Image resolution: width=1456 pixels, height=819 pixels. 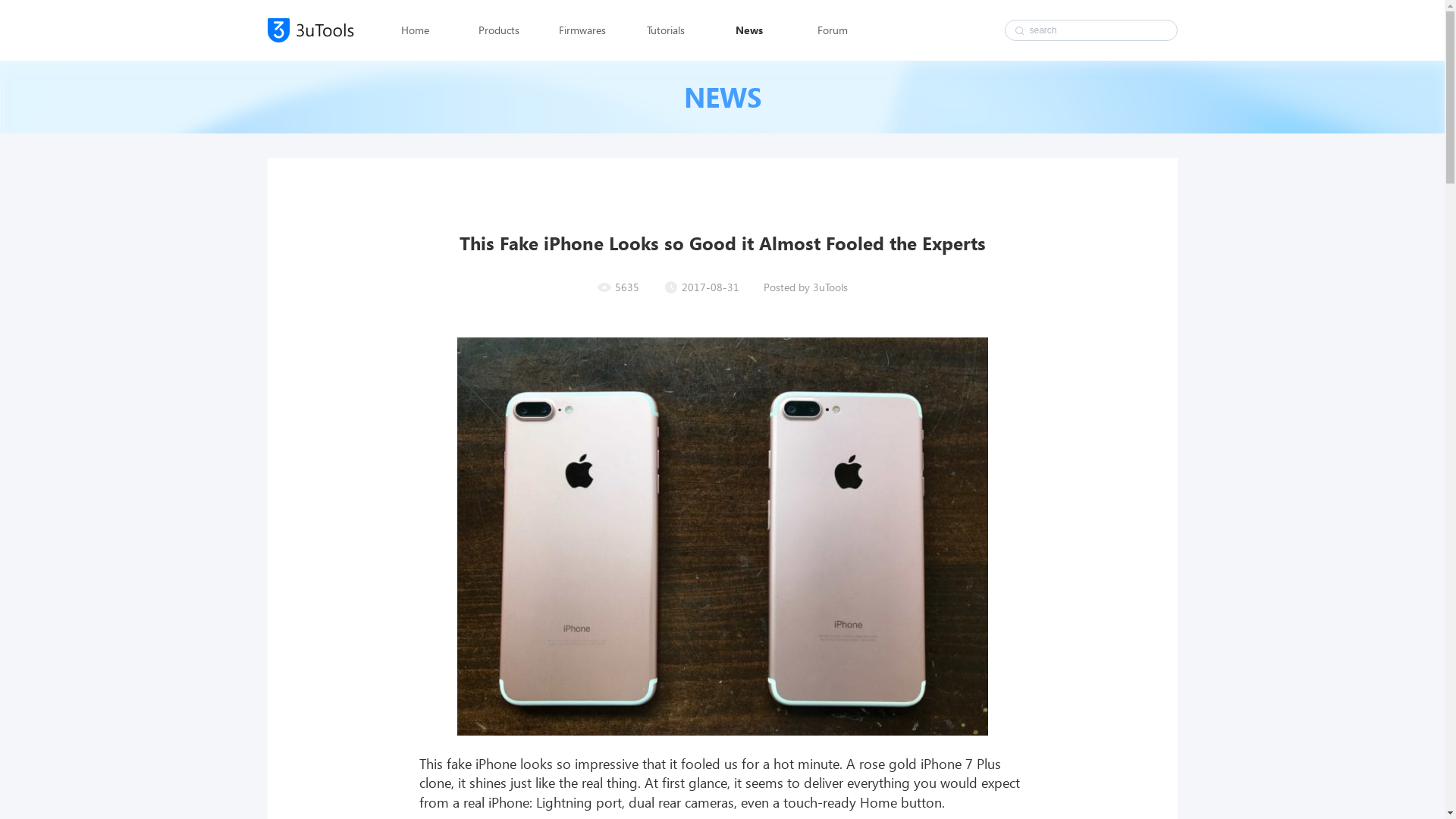 I want to click on 'Forum', so click(x=804, y=30).